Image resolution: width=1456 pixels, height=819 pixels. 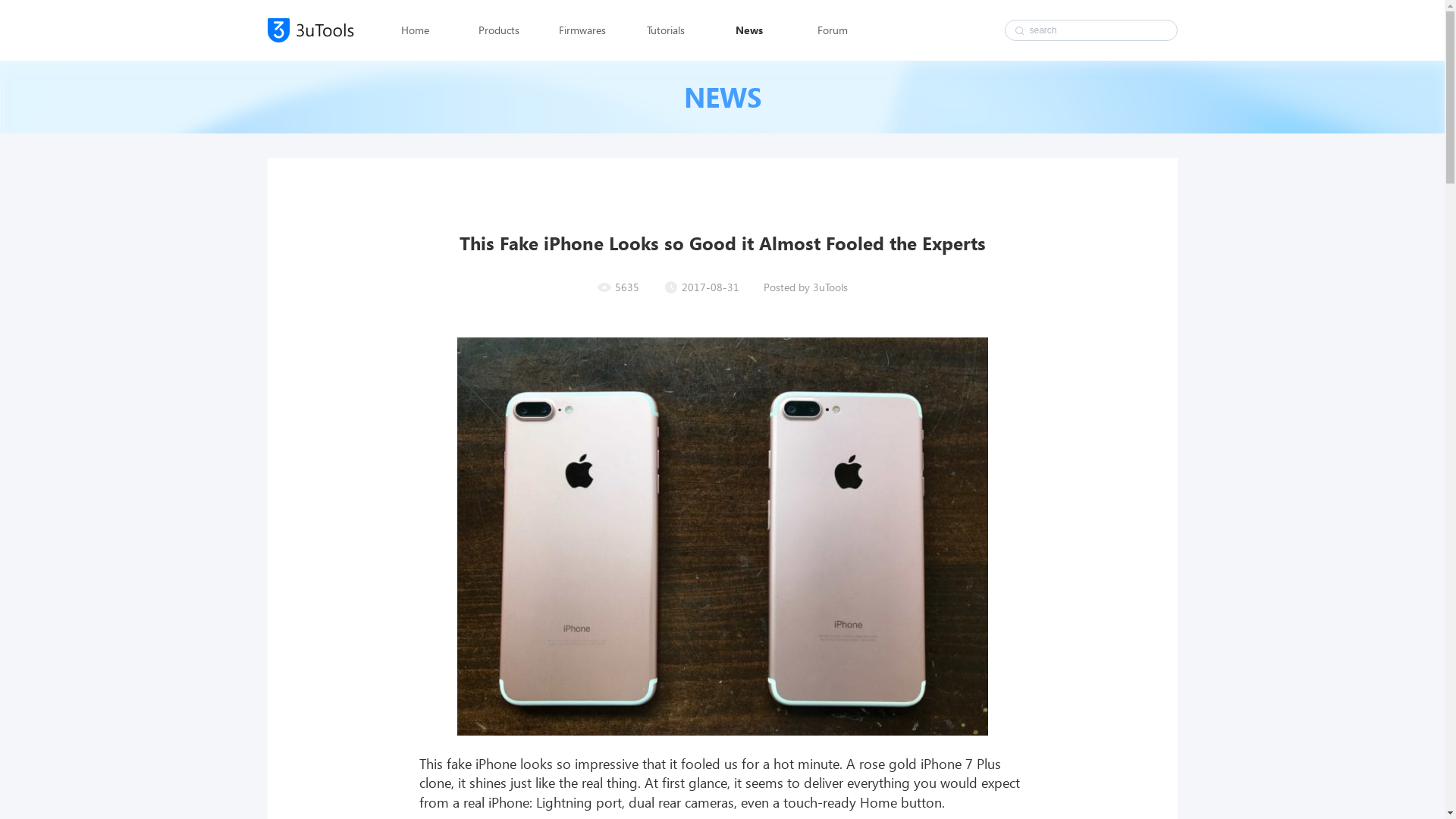 I want to click on 'Forum', so click(x=804, y=30).